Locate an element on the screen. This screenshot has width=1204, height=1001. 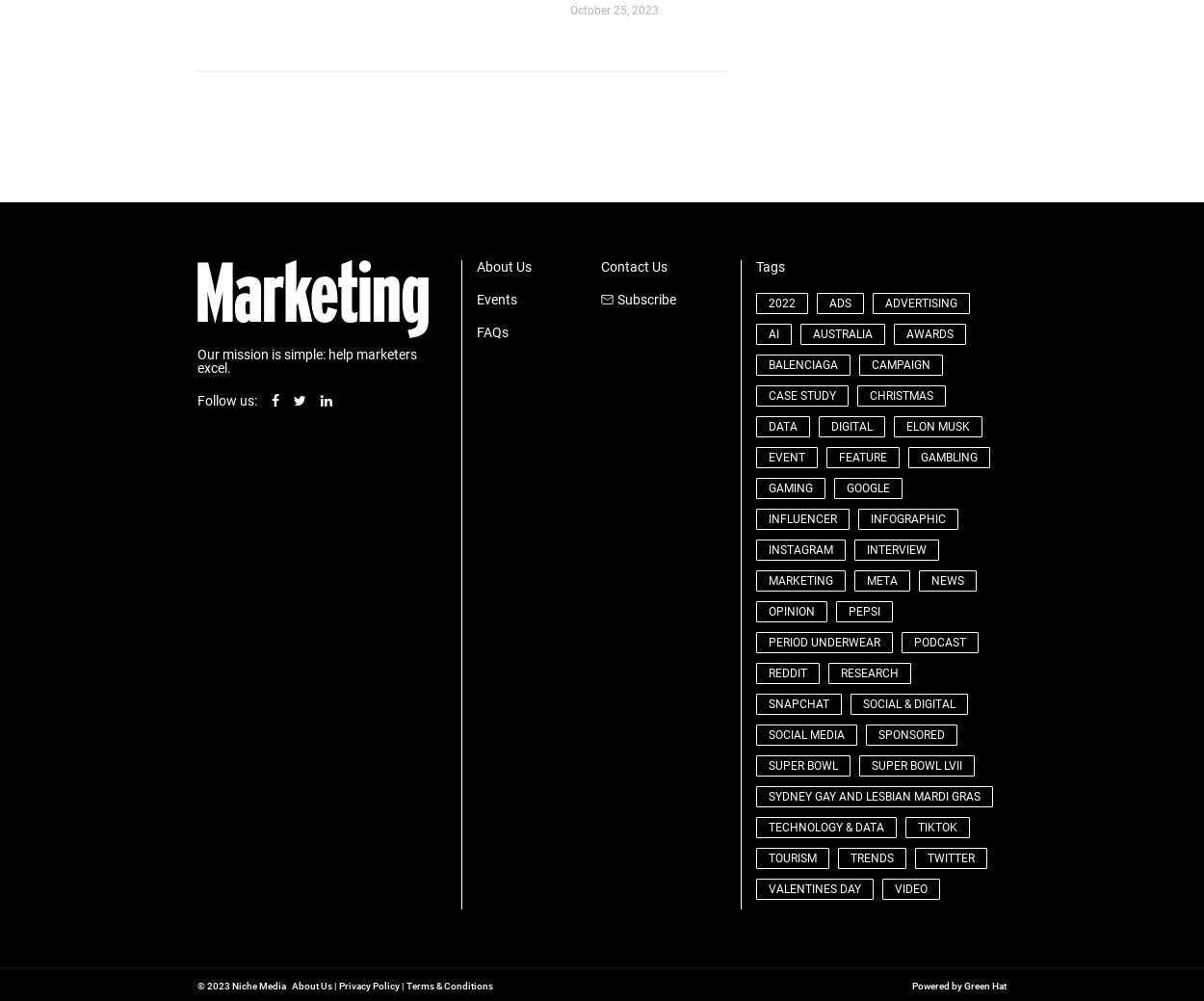
'ads' is located at coordinates (838, 302).